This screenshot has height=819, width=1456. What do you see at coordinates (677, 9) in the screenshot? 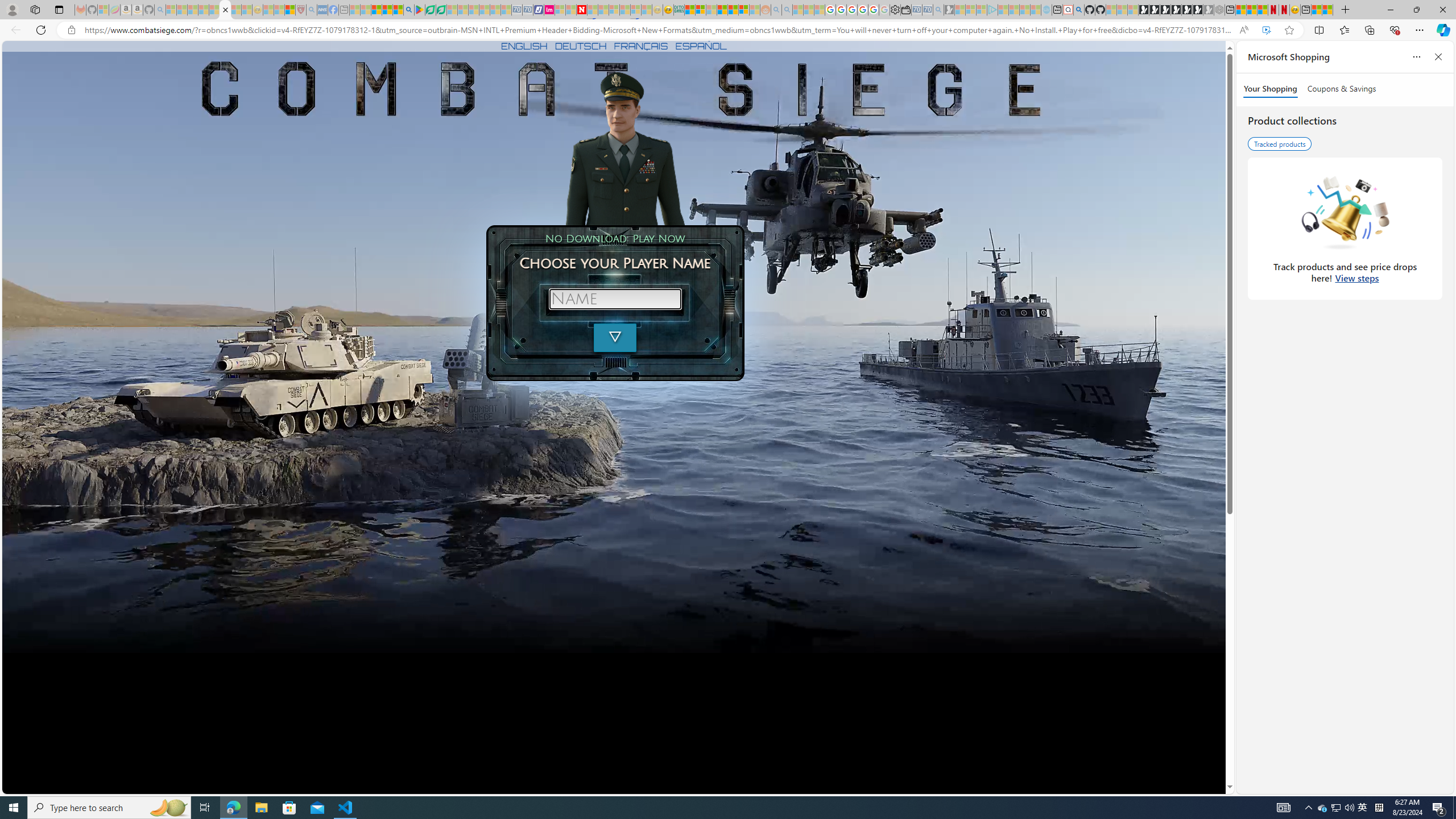
I see `'DITOGAMES AG Imprint'` at bounding box center [677, 9].